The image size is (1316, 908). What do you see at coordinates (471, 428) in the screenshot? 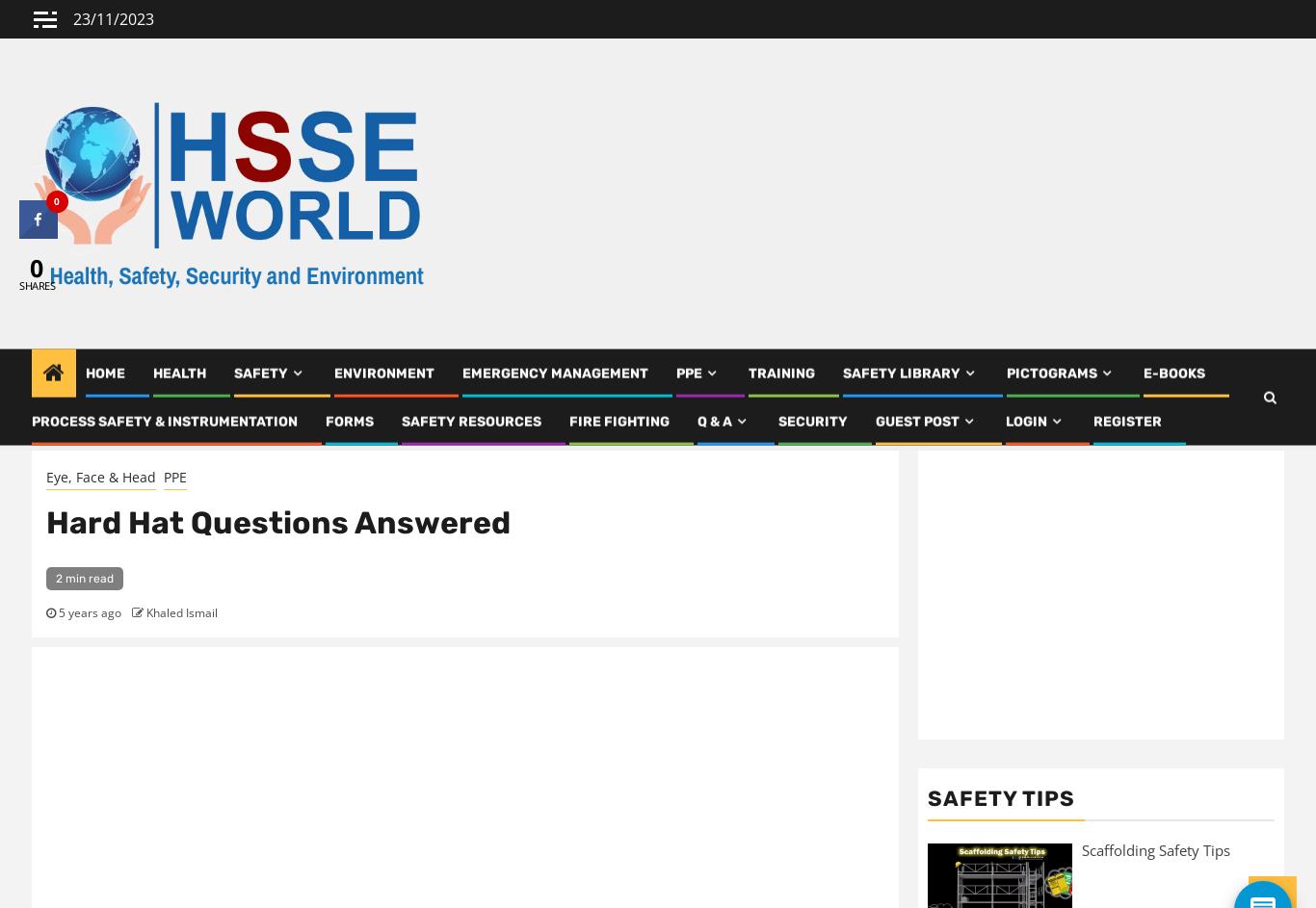
I see `'Safety Resources'` at bounding box center [471, 428].